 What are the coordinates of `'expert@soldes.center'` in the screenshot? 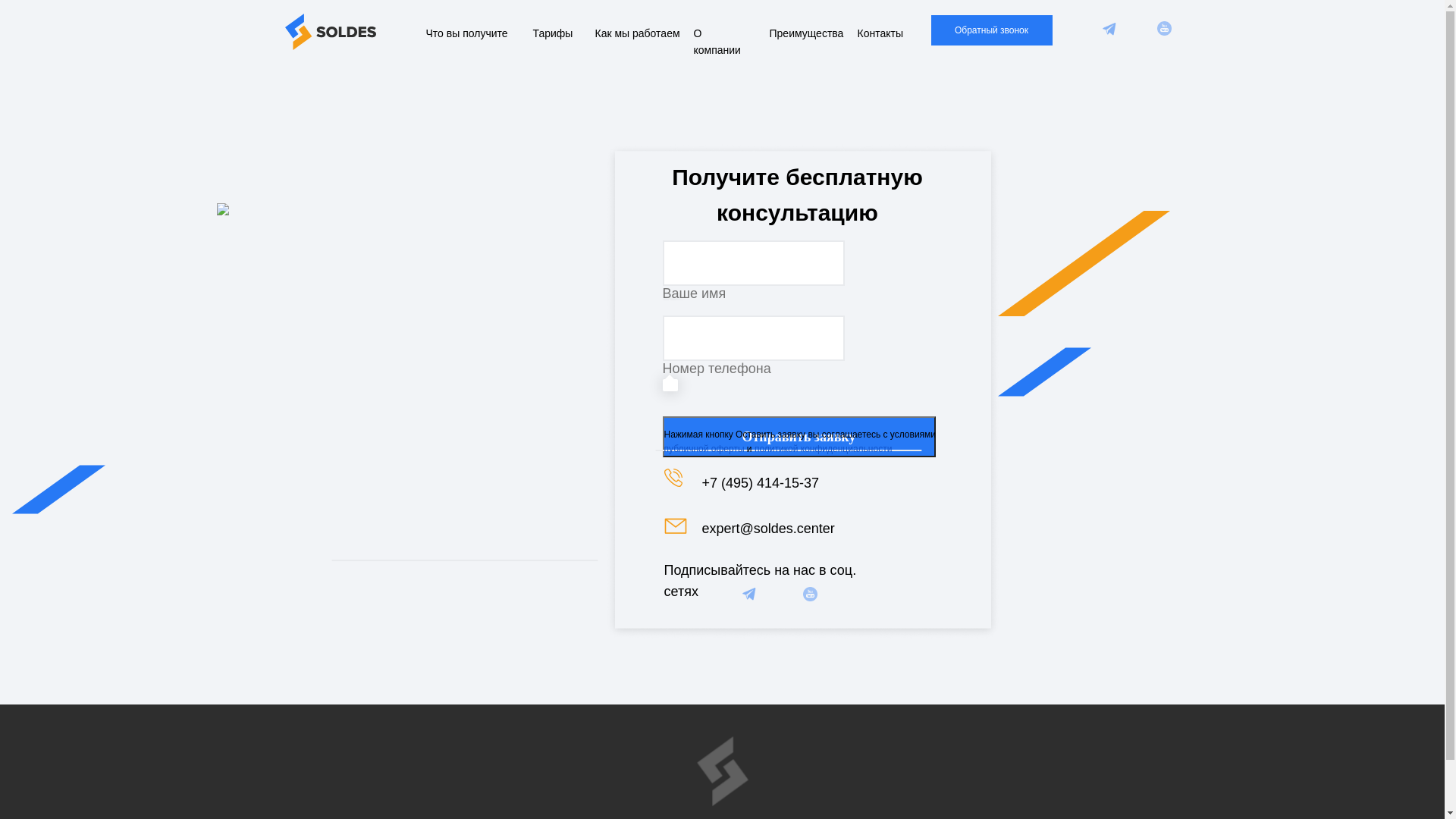 It's located at (768, 528).